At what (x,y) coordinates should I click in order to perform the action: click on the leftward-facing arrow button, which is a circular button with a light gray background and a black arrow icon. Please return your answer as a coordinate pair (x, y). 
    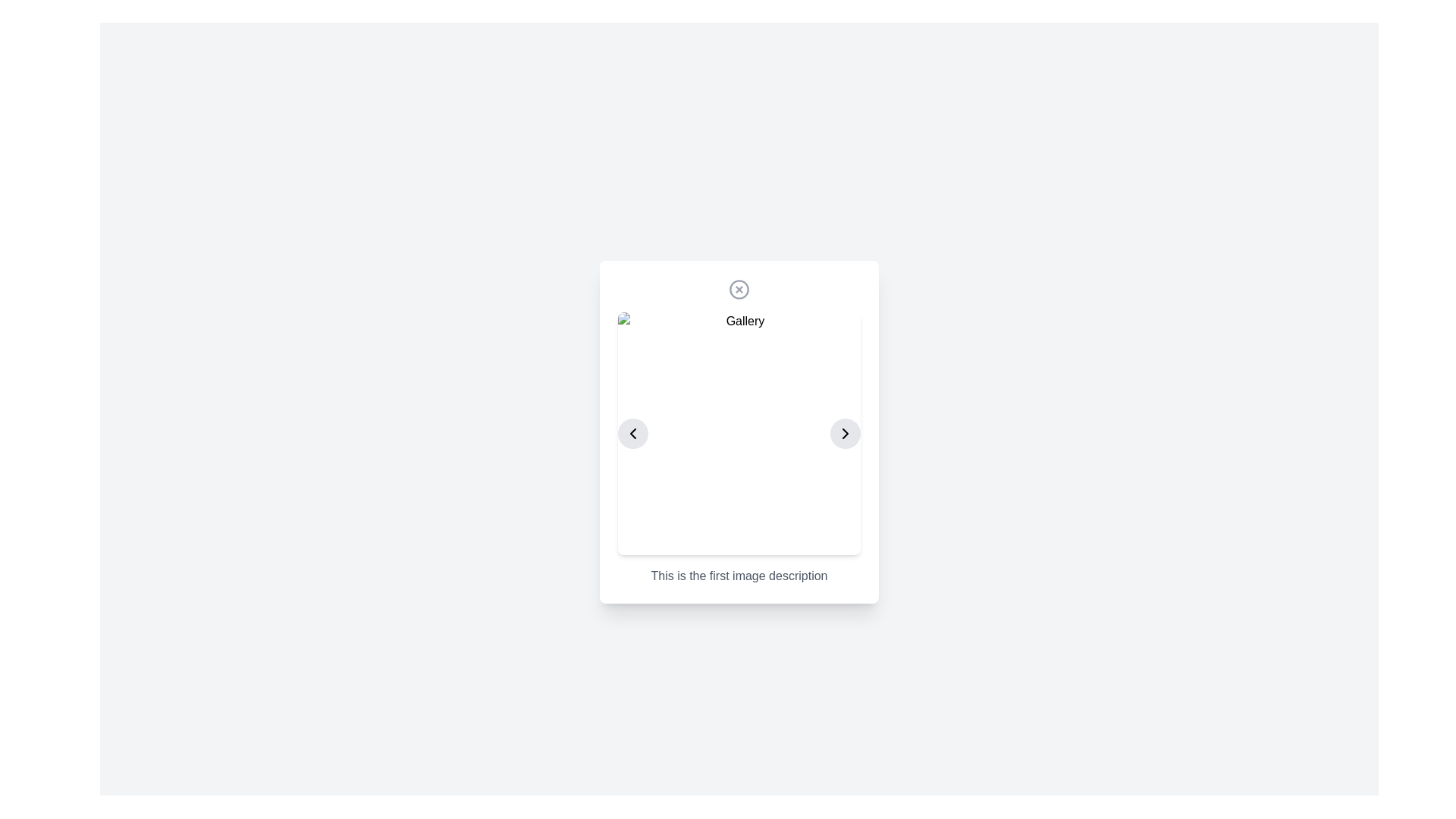
    Looking at the image, I should click on (633, 433).